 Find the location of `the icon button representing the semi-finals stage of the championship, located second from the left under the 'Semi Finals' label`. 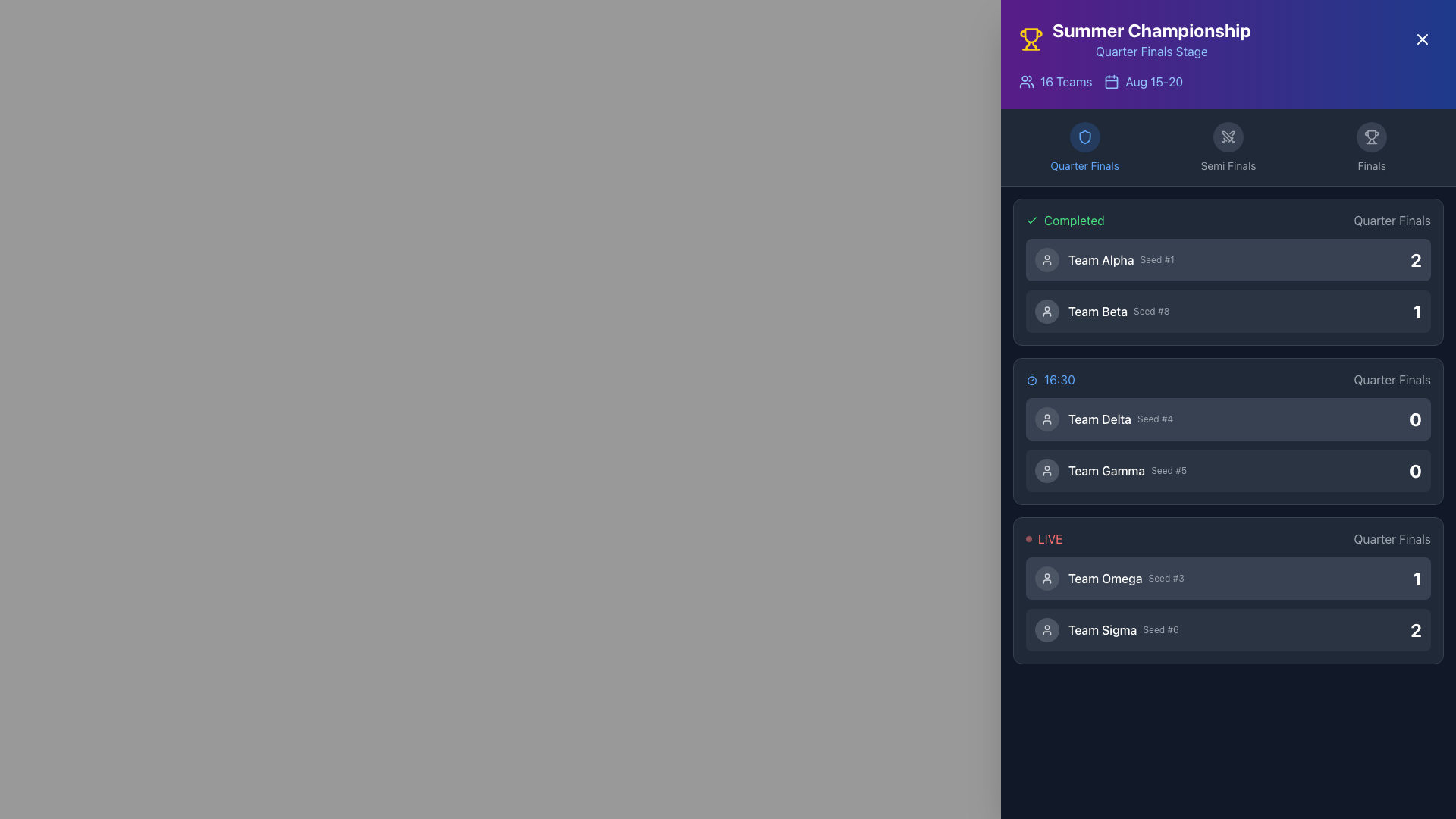

the icon button representing the semi-finals stage of the championship, located second from the left under the 'Semi Finals' label is located at coordinates (1227, 137).